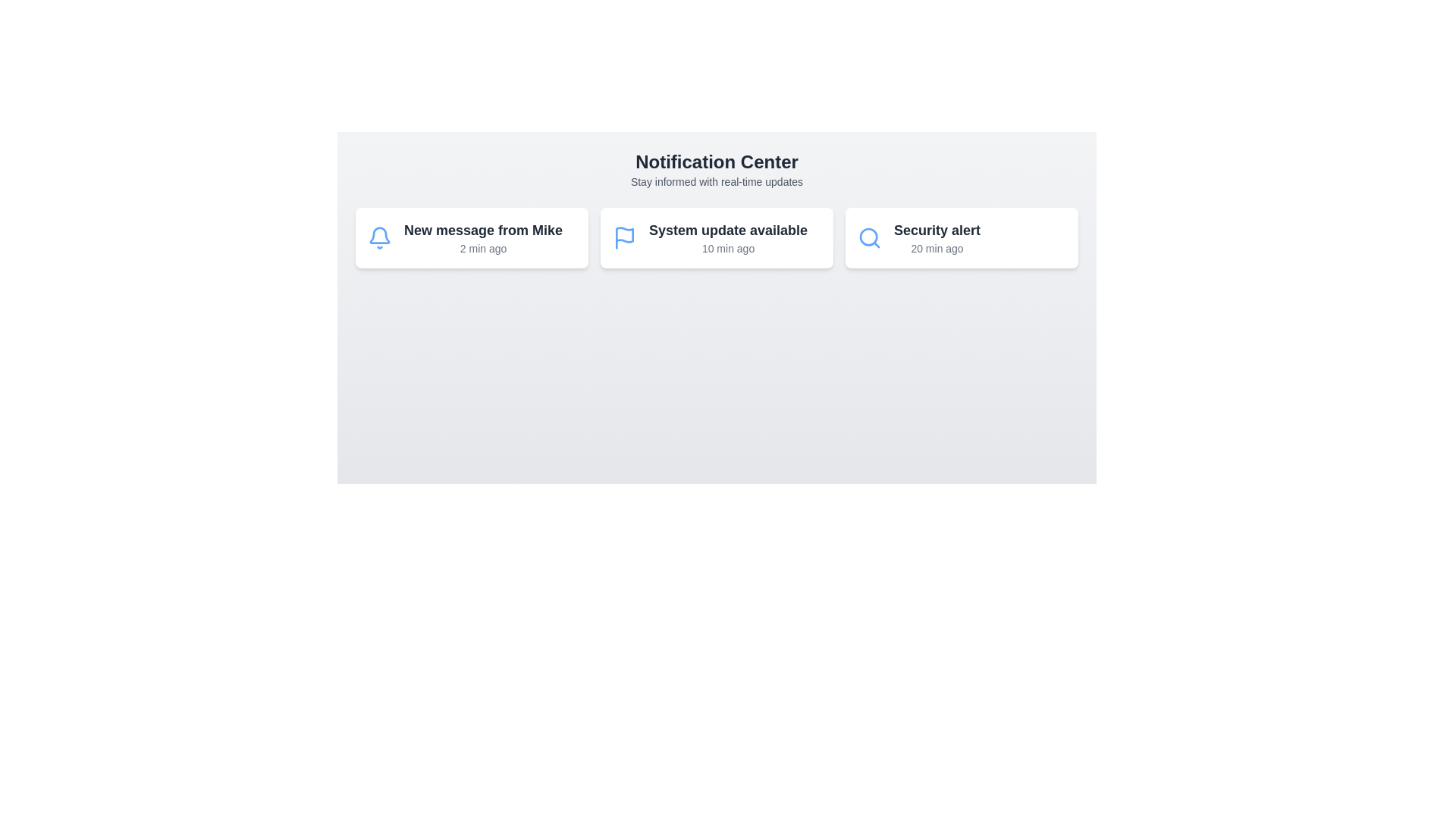 This screenshot has width=1456, height=819. I want to click on the bell-shaped notification icon located on the left side of the first card in the notification center, next to the text 'New message from Mike' and '2 min ago', so click(379, 237).